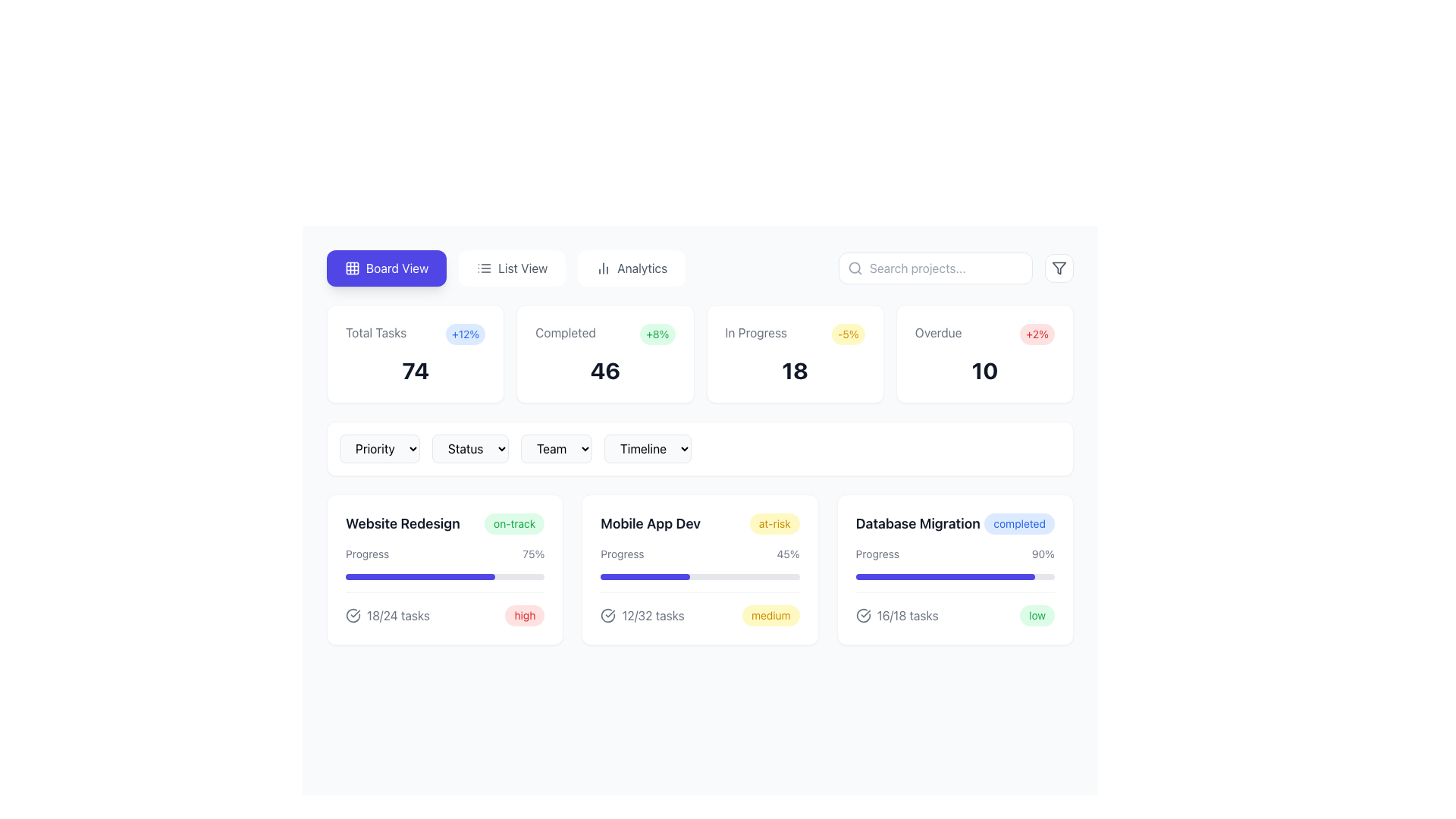 Image resolution: width=1456 pixels, height=819 pixels. Describe the element at coordinates (512, 268) in the screenshot. I see `the middle button that switches the view mode to a list-based layout, located between the 'Board View' and 'Analytics' buttons` at that location.